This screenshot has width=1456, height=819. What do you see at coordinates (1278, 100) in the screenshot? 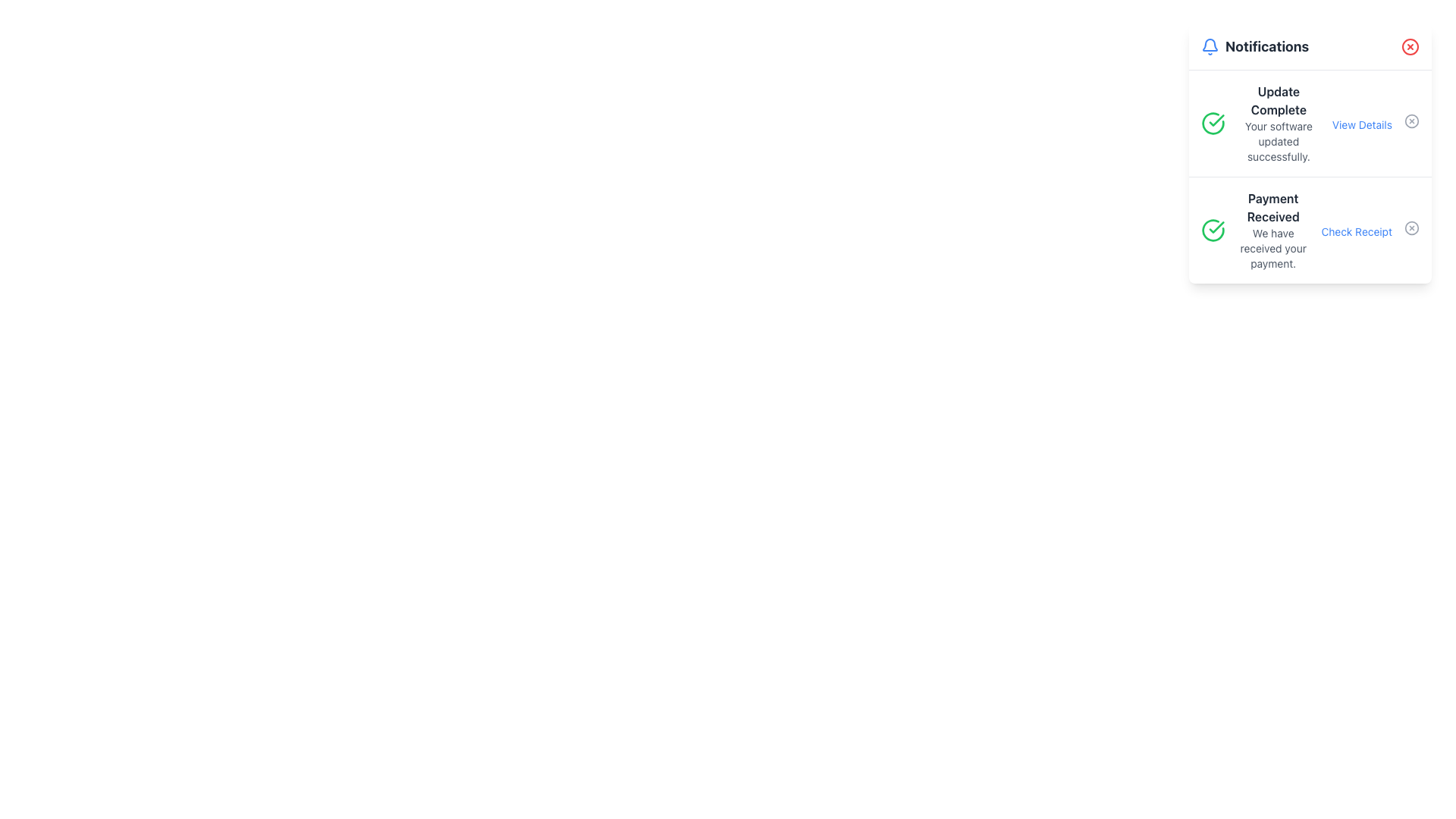
I see `the 'Update Complete' text label, which is the first header in the 'Notifications' dialog box, indicating a successful software update` at bounding box center [1278, 100].